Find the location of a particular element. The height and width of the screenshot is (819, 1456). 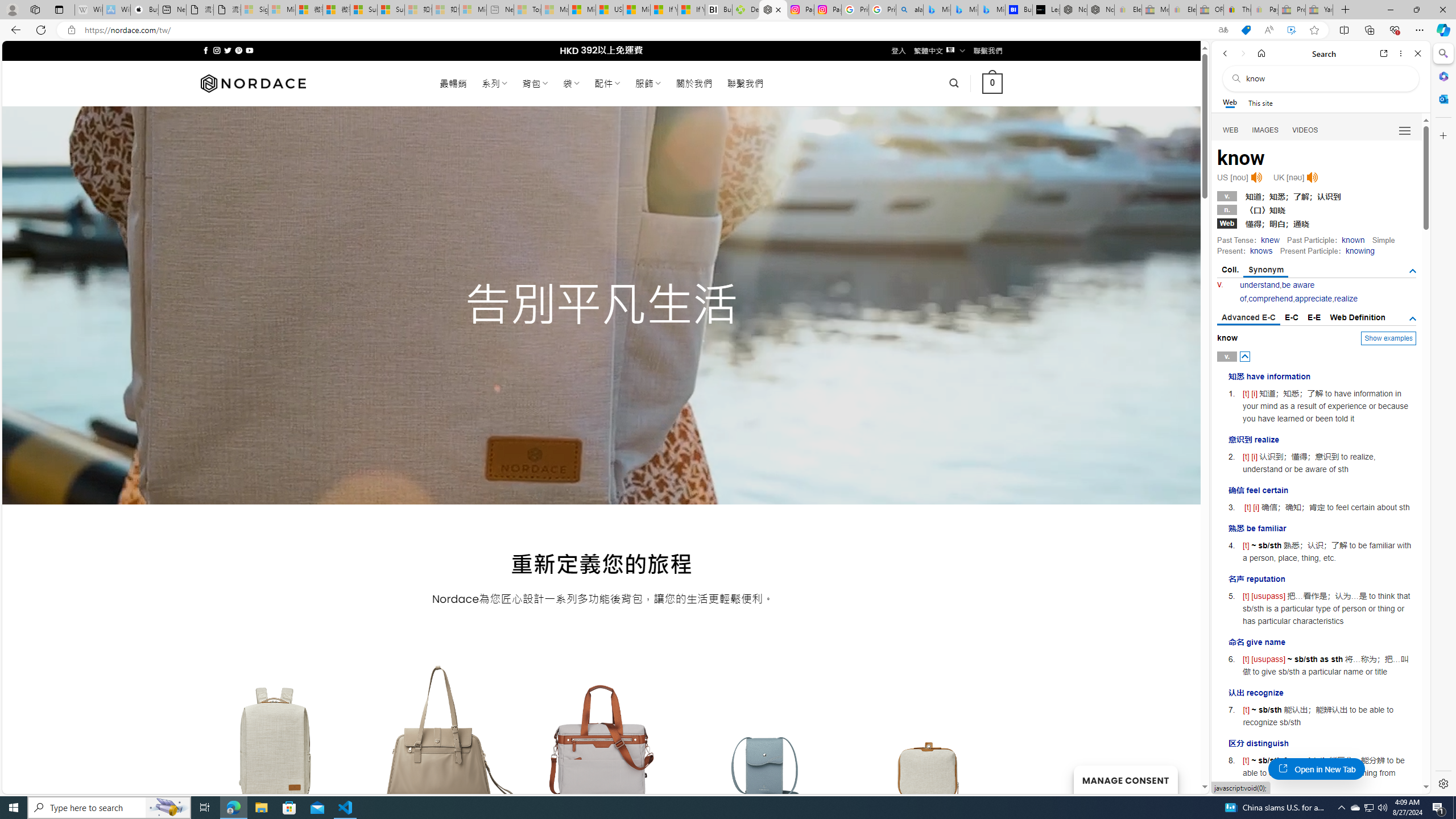

'Microsoft Bing Travel - Shangri-La Hotel Bangkok' is located at coordinates (991, 9).